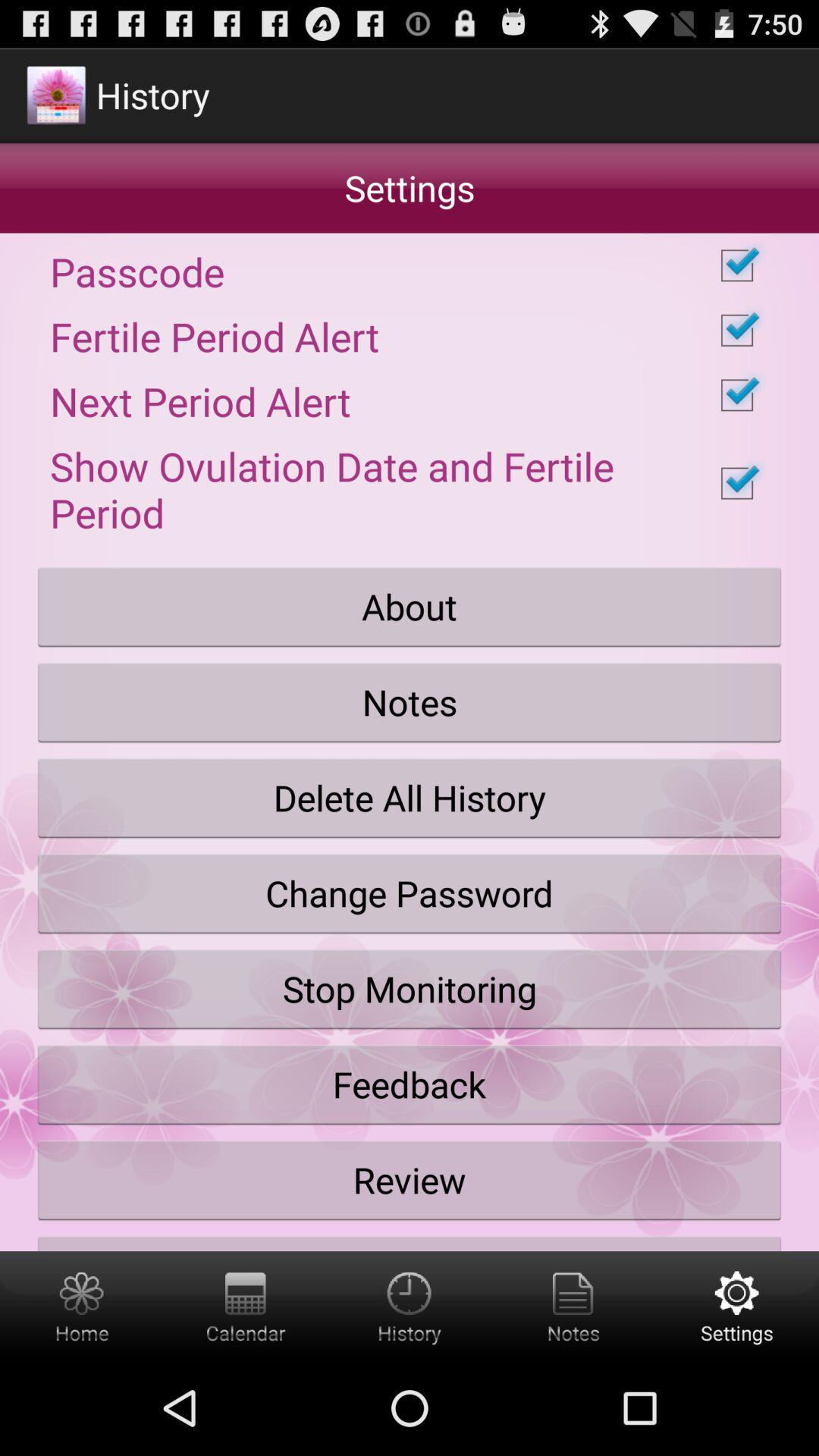 This screenshot has height=1456, width=819. I want to click on feedback icon, so click(409, 1084).